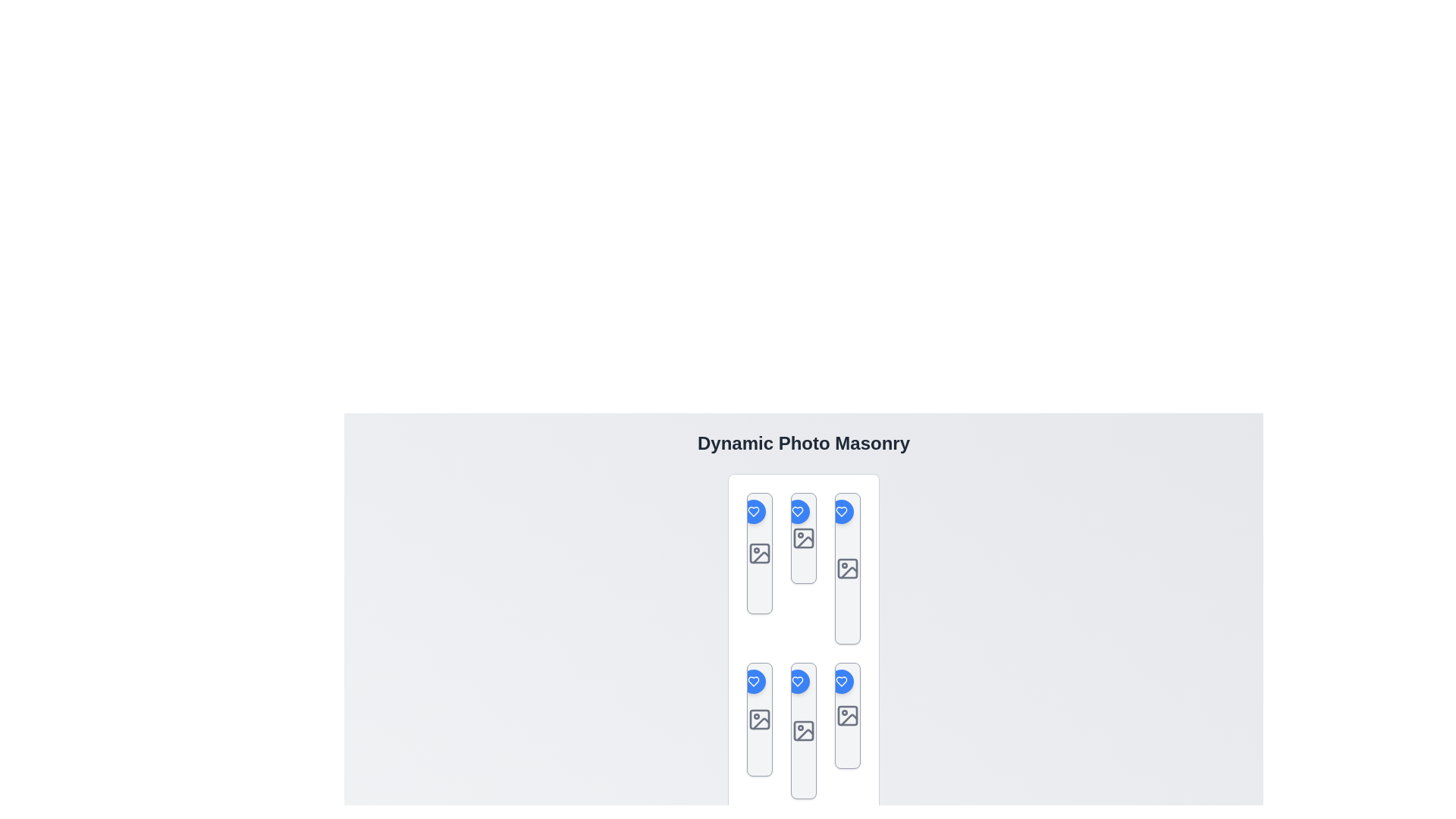  I want to click on the 'like' icon located at the top-right corner of the circular blue button on the card-like structure, so click(840, 512).